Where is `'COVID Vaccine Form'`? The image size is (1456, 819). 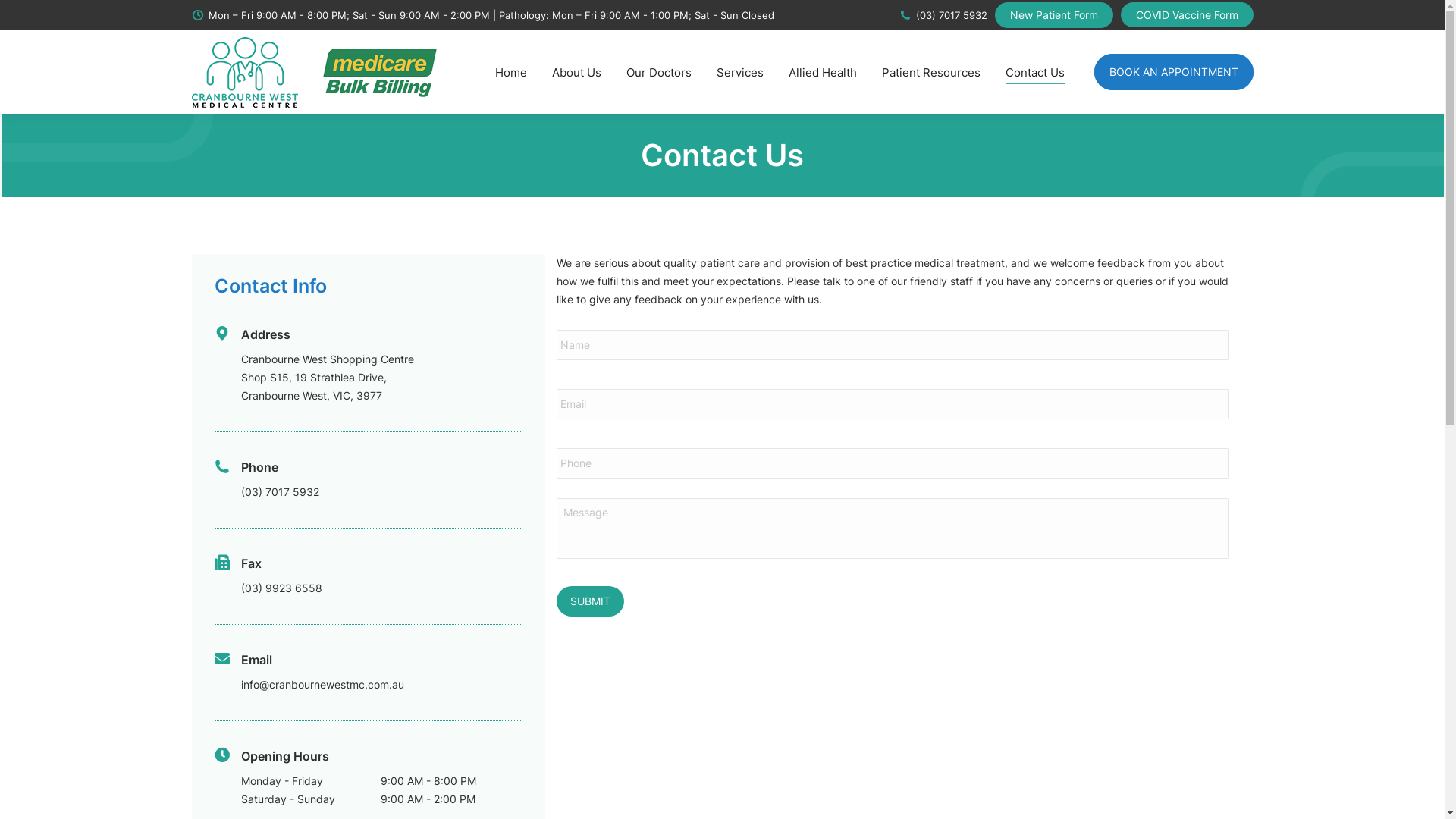 'COVID Vaccine Form' is located at coordinates (1186, 14).